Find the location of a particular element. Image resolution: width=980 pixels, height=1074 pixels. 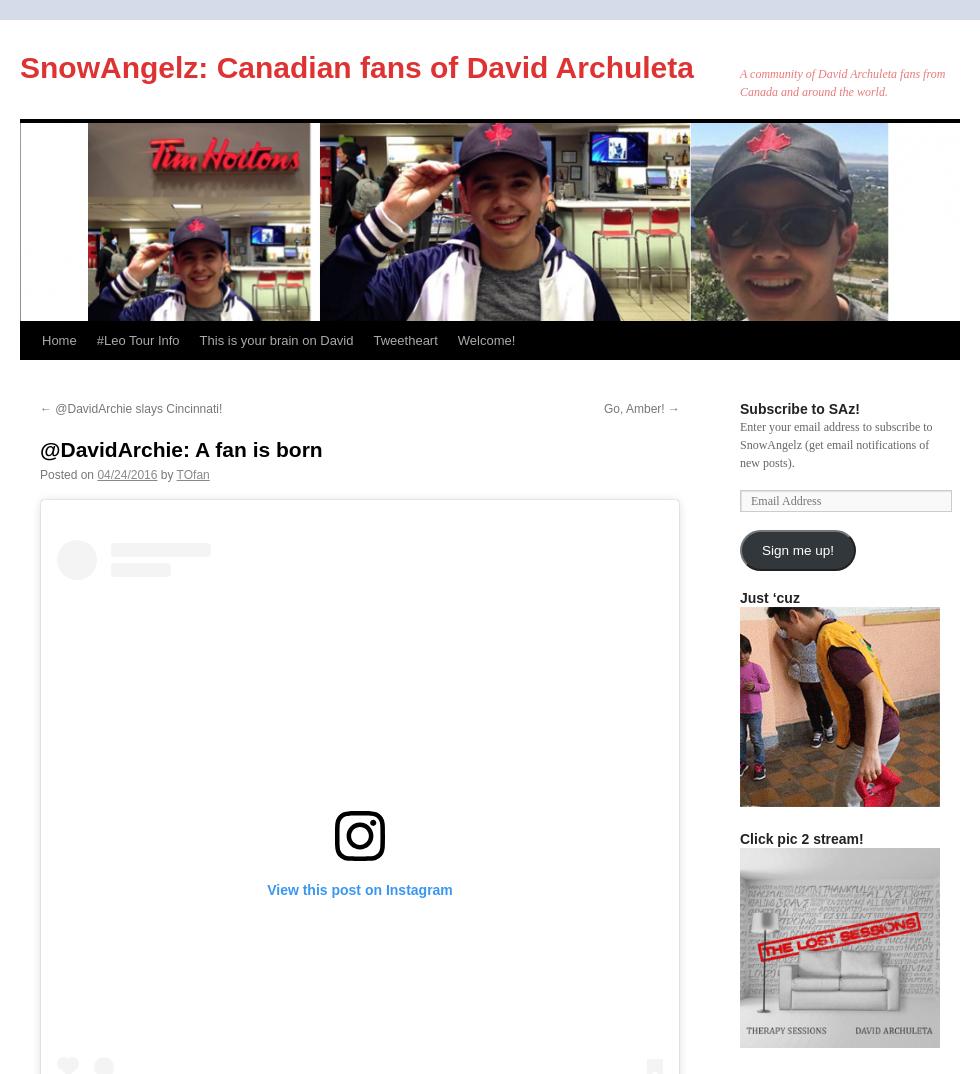

'Enter your email address to subscribe to SnowAngelz (get email notifications of new posts).' is located at coordinates (836, 443).